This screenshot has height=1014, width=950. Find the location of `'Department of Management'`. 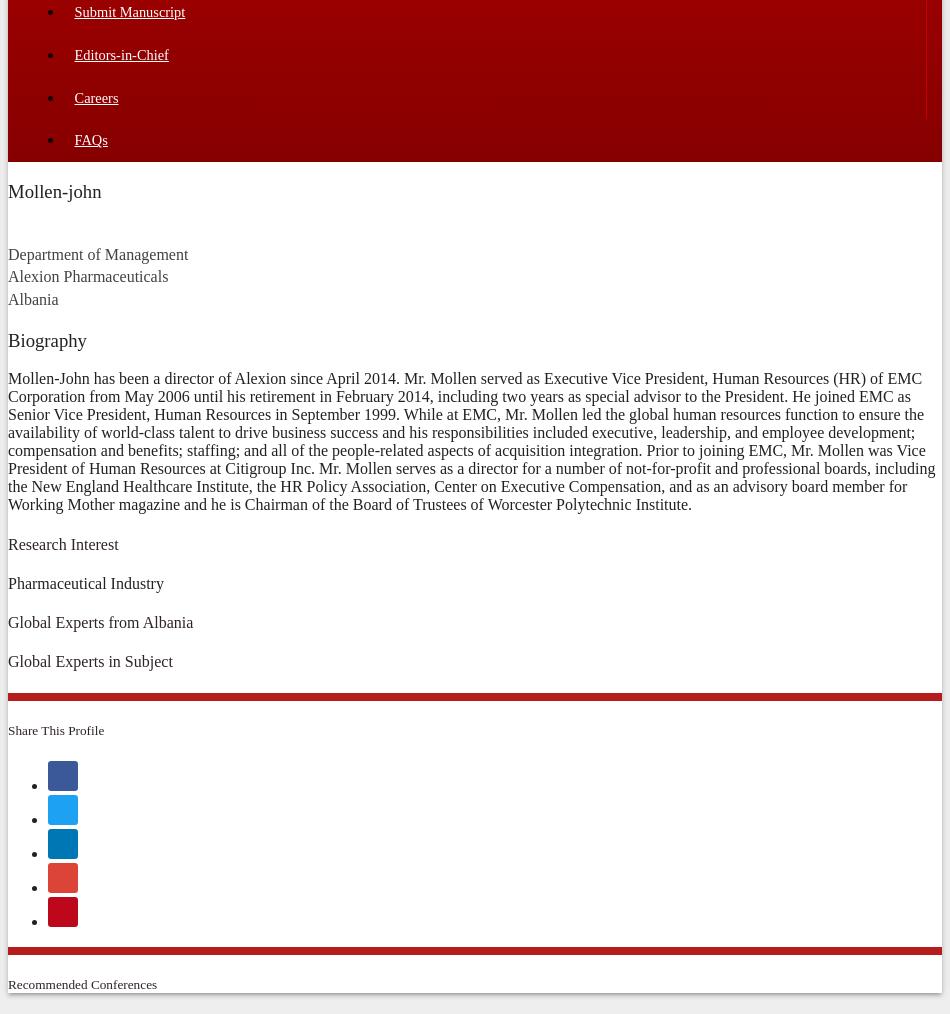

'Department of Management' is located at coordinates (98, 252).